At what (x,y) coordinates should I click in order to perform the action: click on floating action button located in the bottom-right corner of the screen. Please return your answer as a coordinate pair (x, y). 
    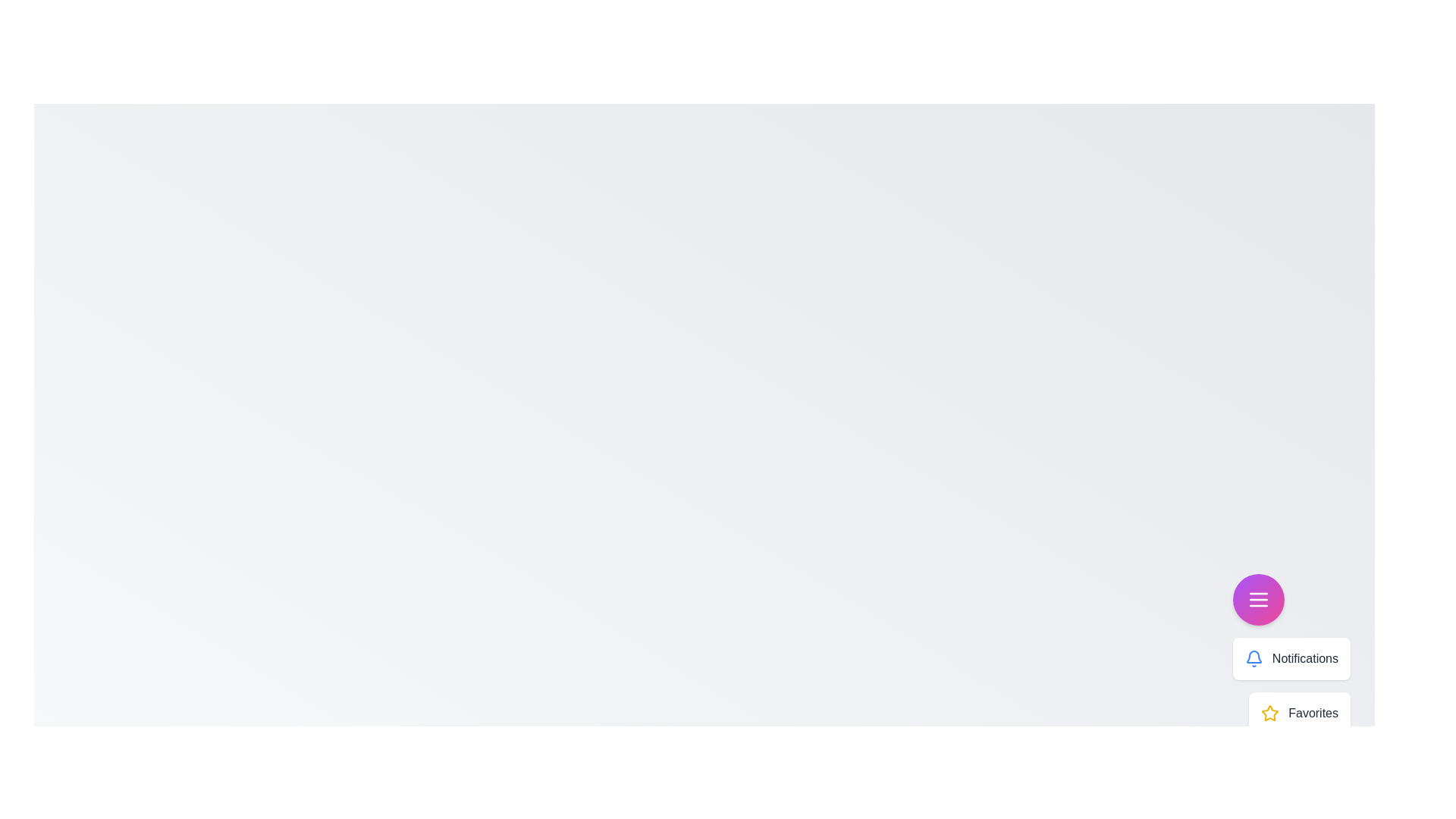
    Looking at the image, I should click on (1258, 598).